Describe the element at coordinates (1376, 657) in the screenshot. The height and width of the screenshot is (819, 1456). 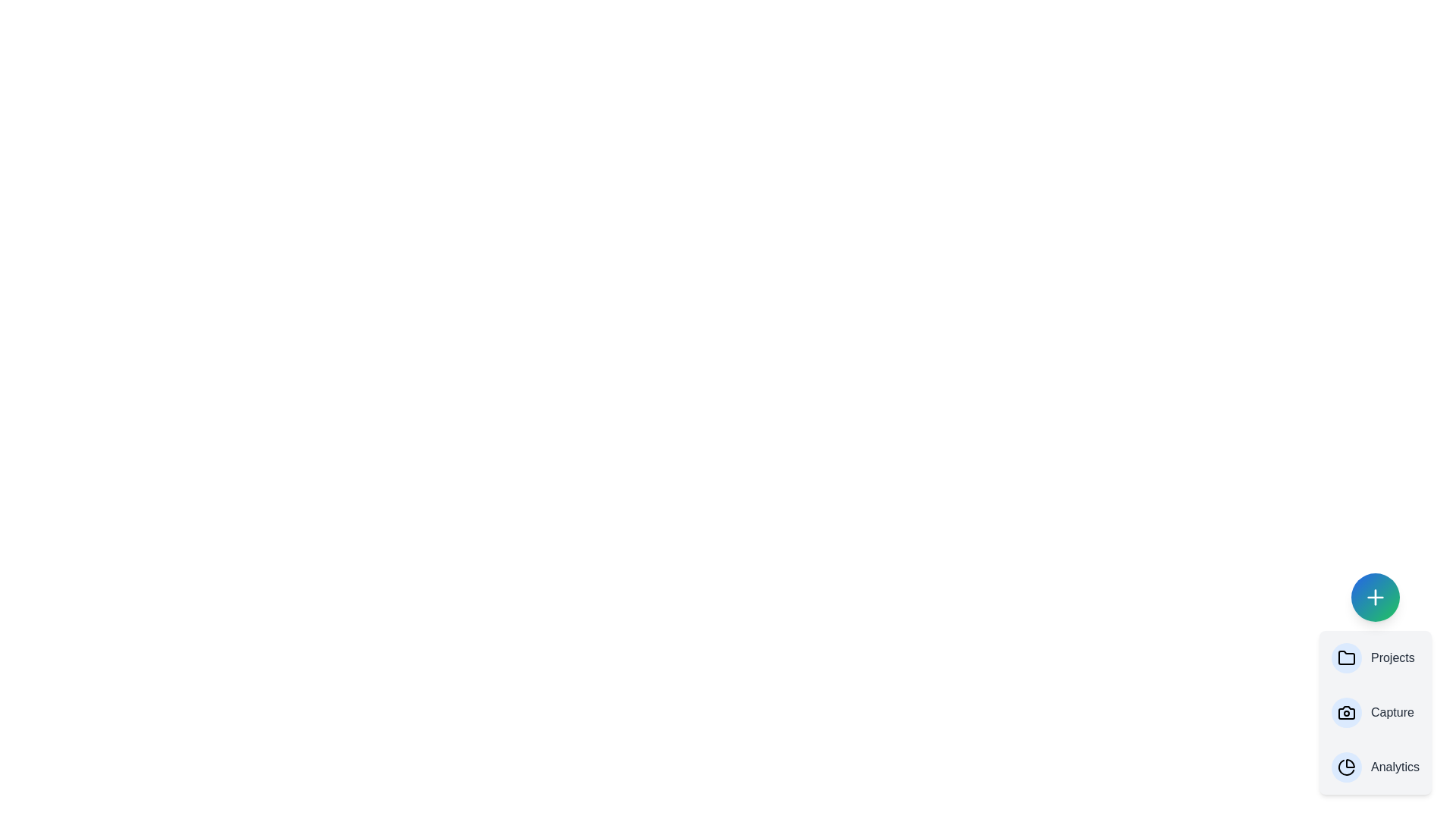
I see `the 'Projects' option` at that location.